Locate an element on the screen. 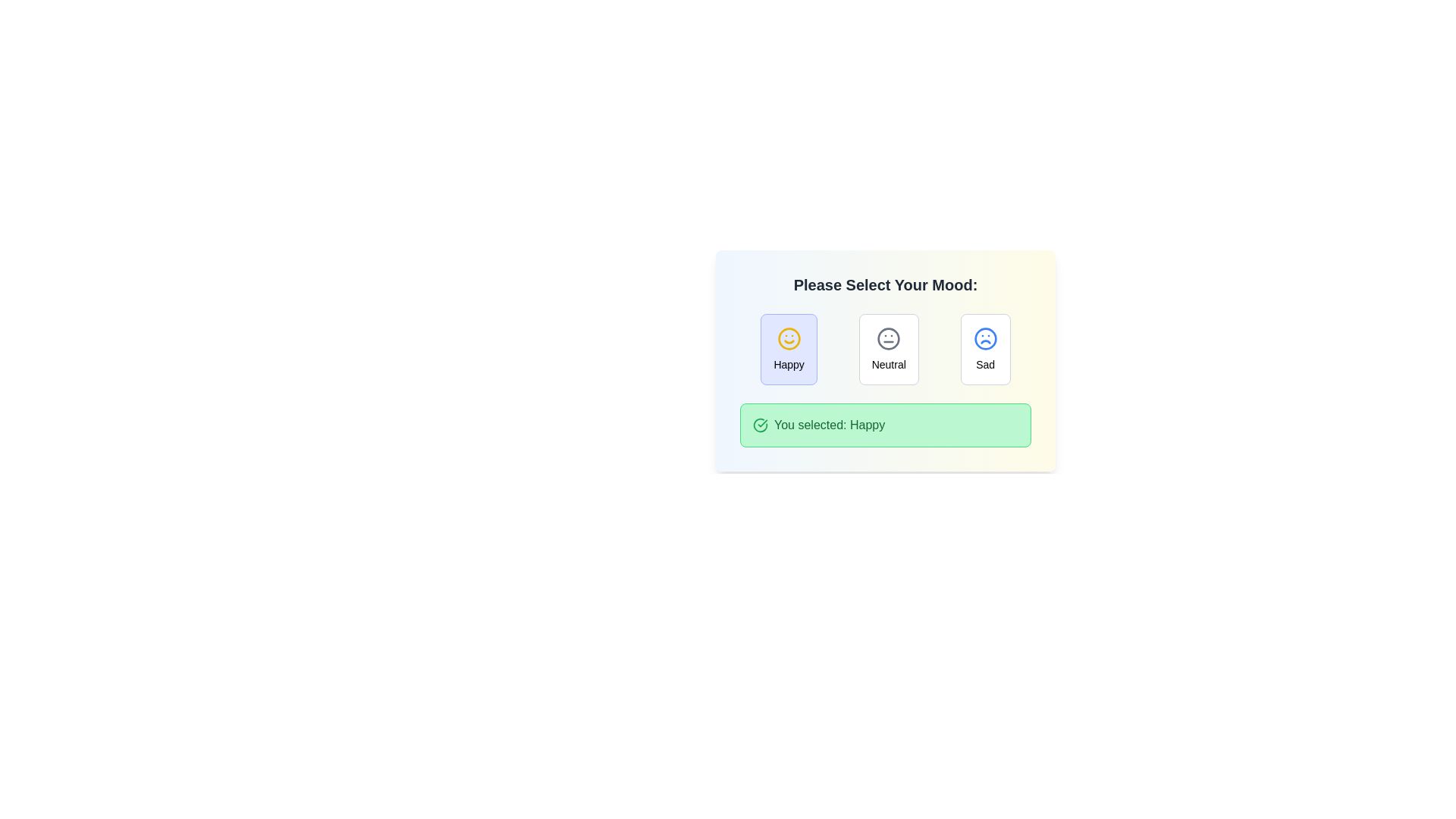  the second mood option in the horizontal selection group, which consists of 'Happy', 'Neutral', and 'Sad' is located at coordinates (885, 350).